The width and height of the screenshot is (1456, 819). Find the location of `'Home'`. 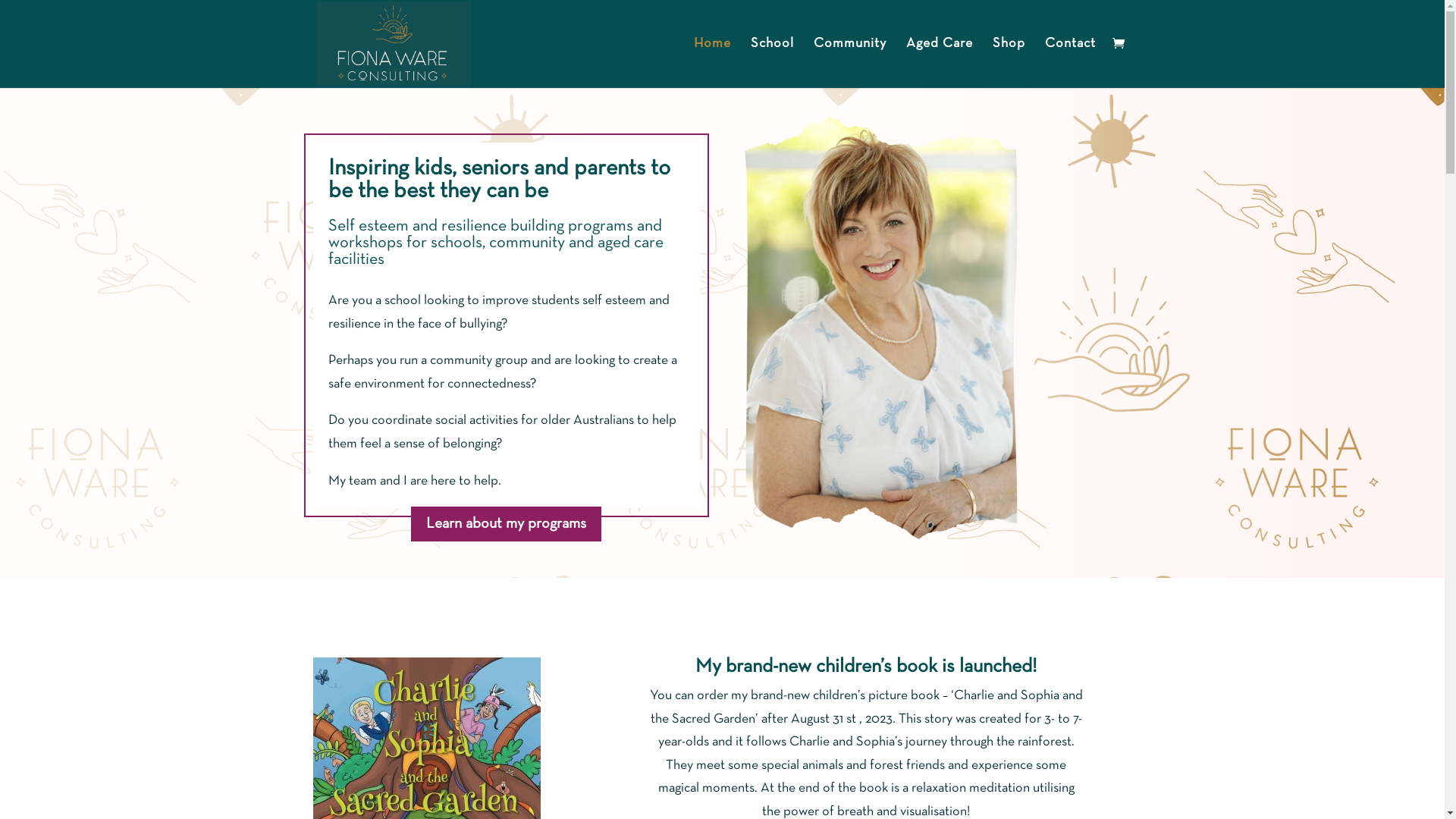

'Home' is located at coordinates (711, 62).